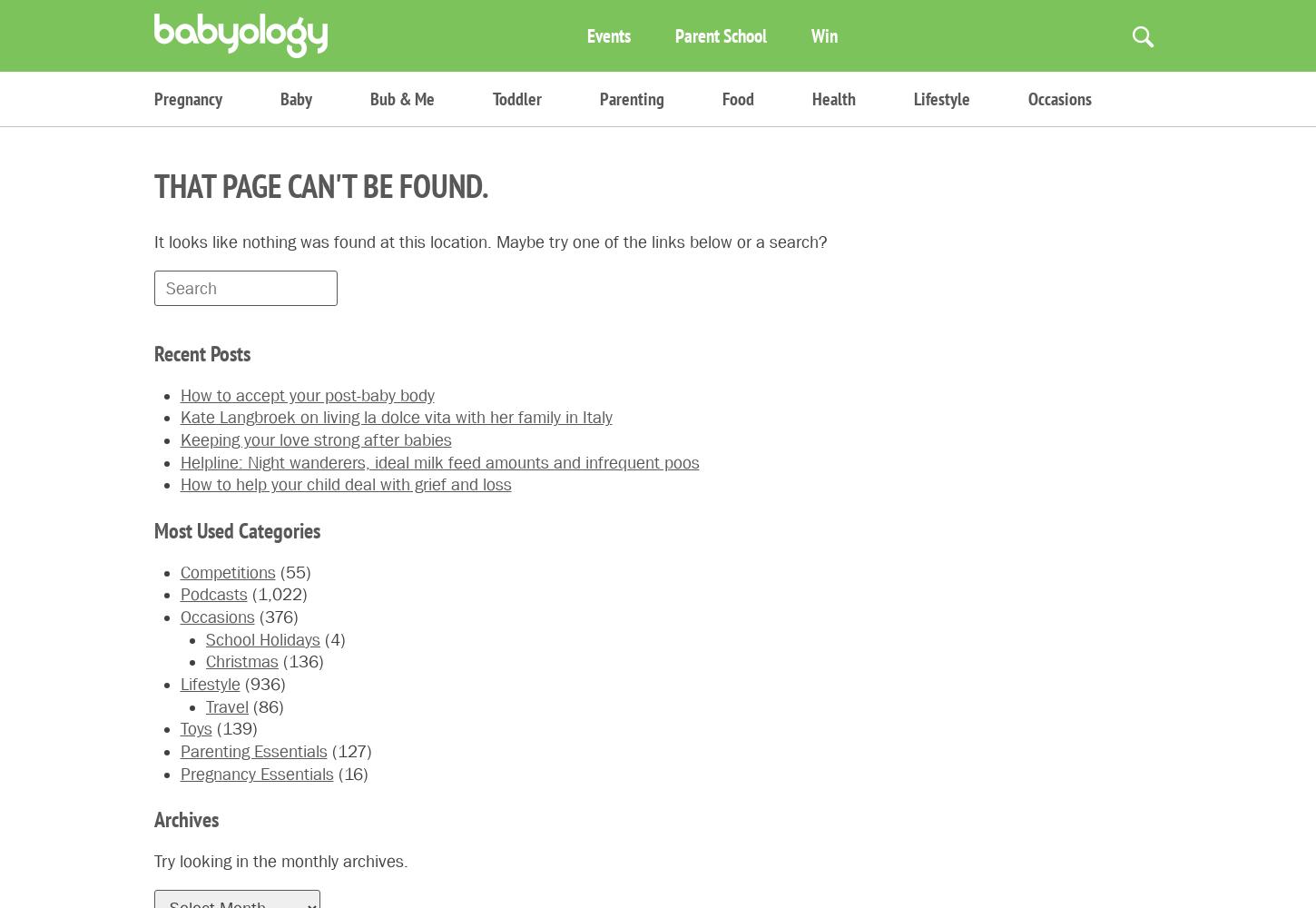 Image resolution: width=1316 pixels, height=908 pixels. I want to click on 'Lifestyle', so click(914, 98).